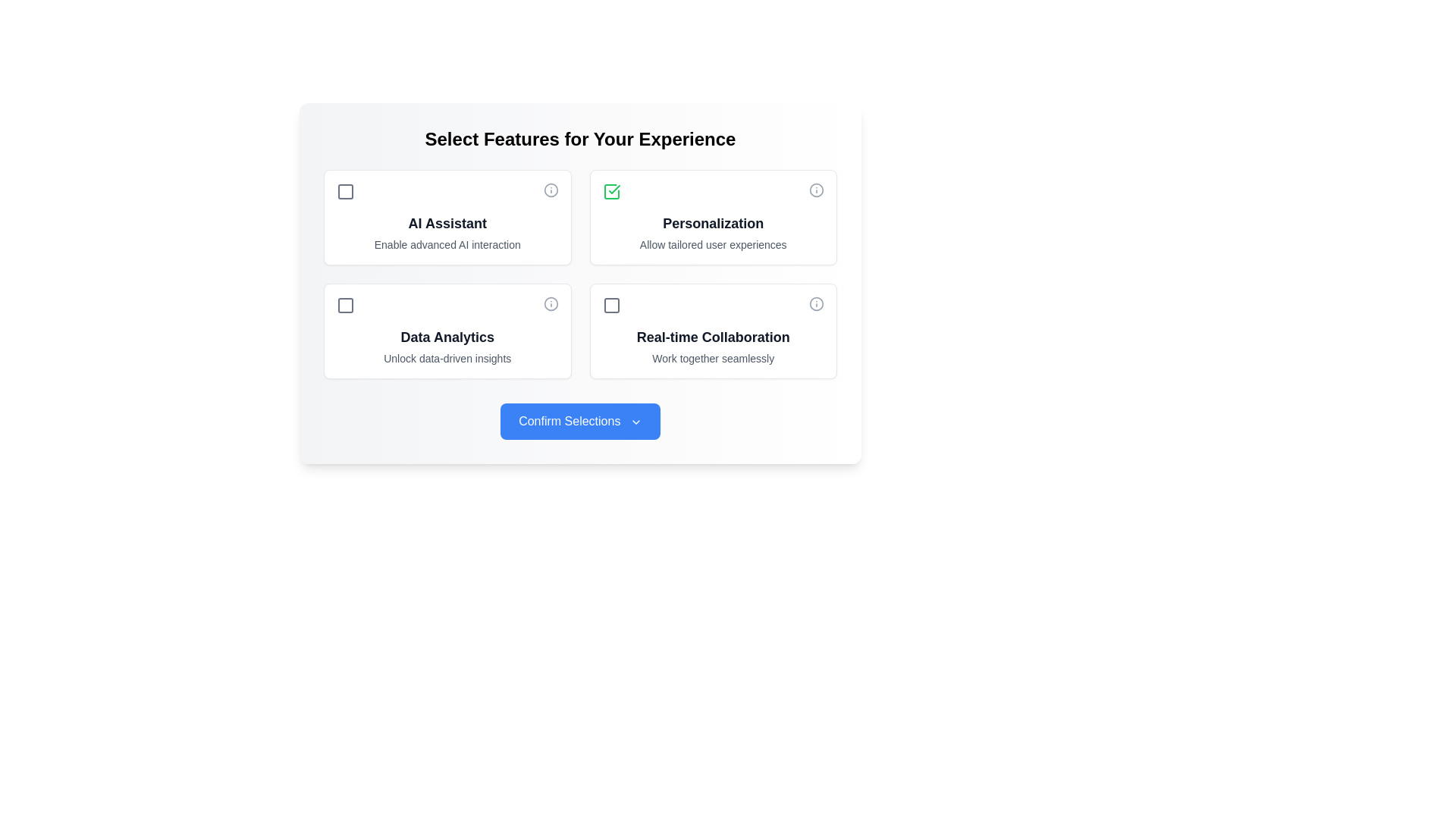  What do you see at coordinates (611, 305) in the screenshot?
I see `the rounded rectangle graphical shape that indicates selection or status within the 'Real-time Collaboration' option in the Select Features section` at bounding box center [611, 305].